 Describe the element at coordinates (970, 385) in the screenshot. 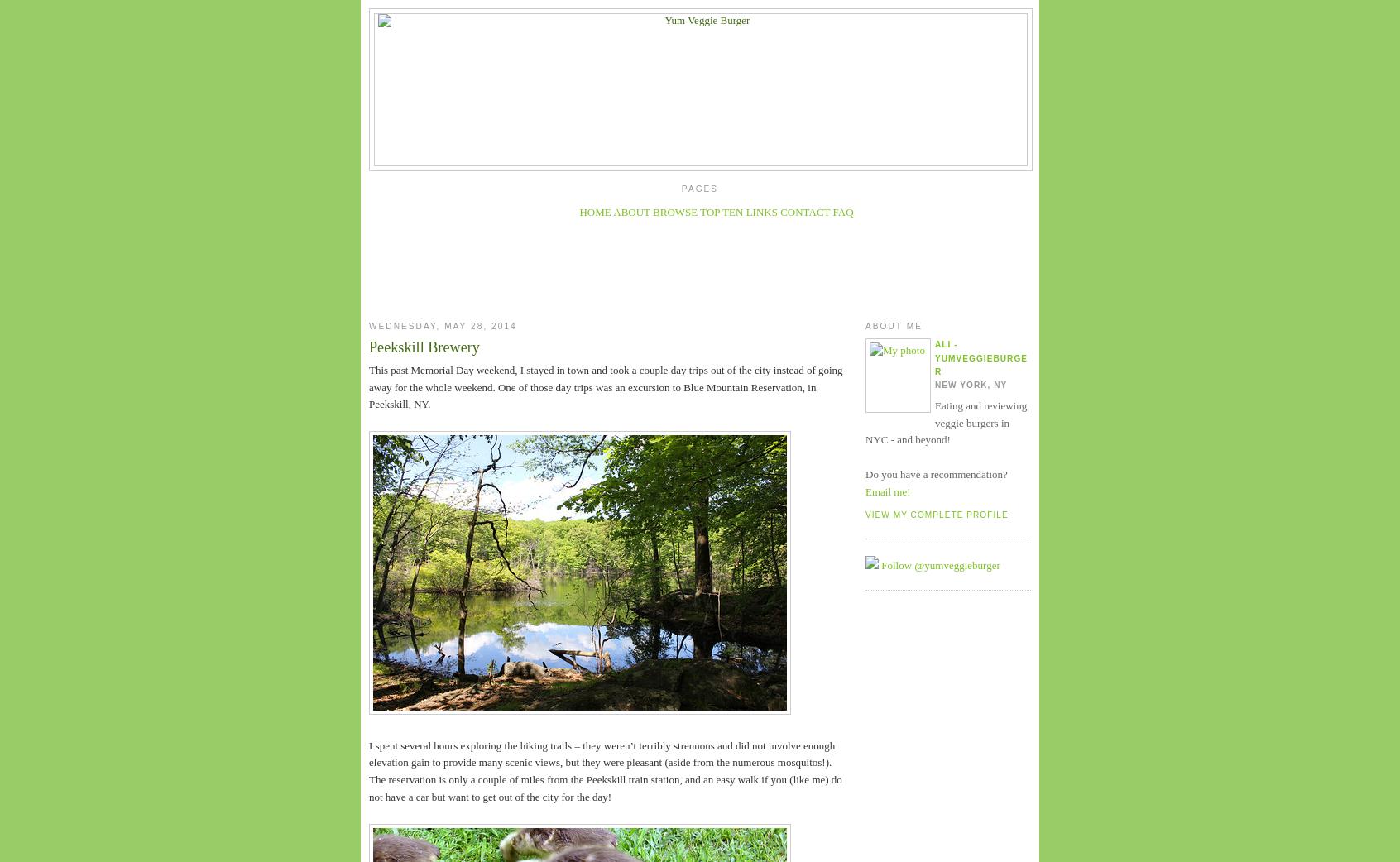

I see `'New York, NY'` at that location.